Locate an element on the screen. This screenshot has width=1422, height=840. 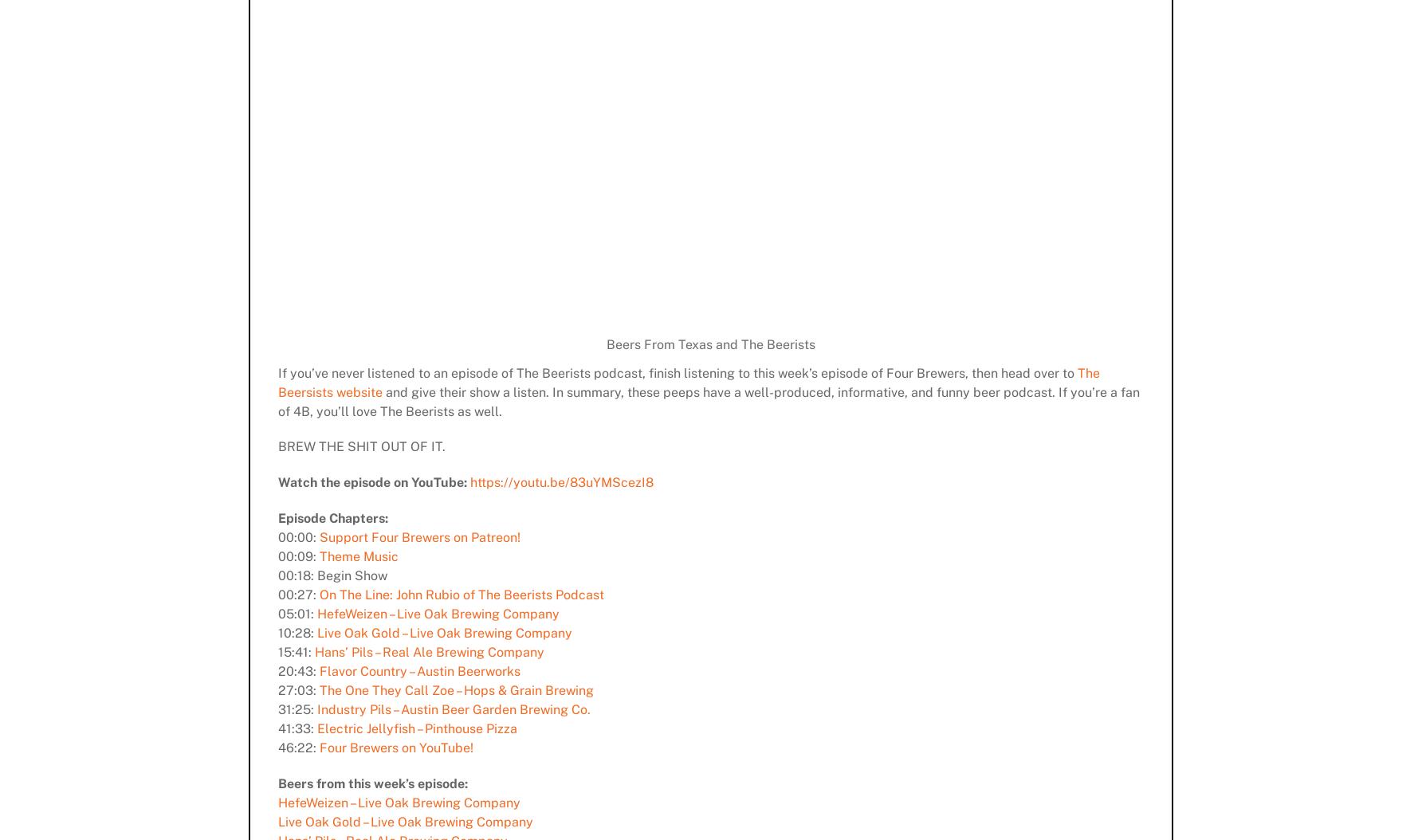
'Notify me of new posts by email.' is located at coordinates (364, 487).